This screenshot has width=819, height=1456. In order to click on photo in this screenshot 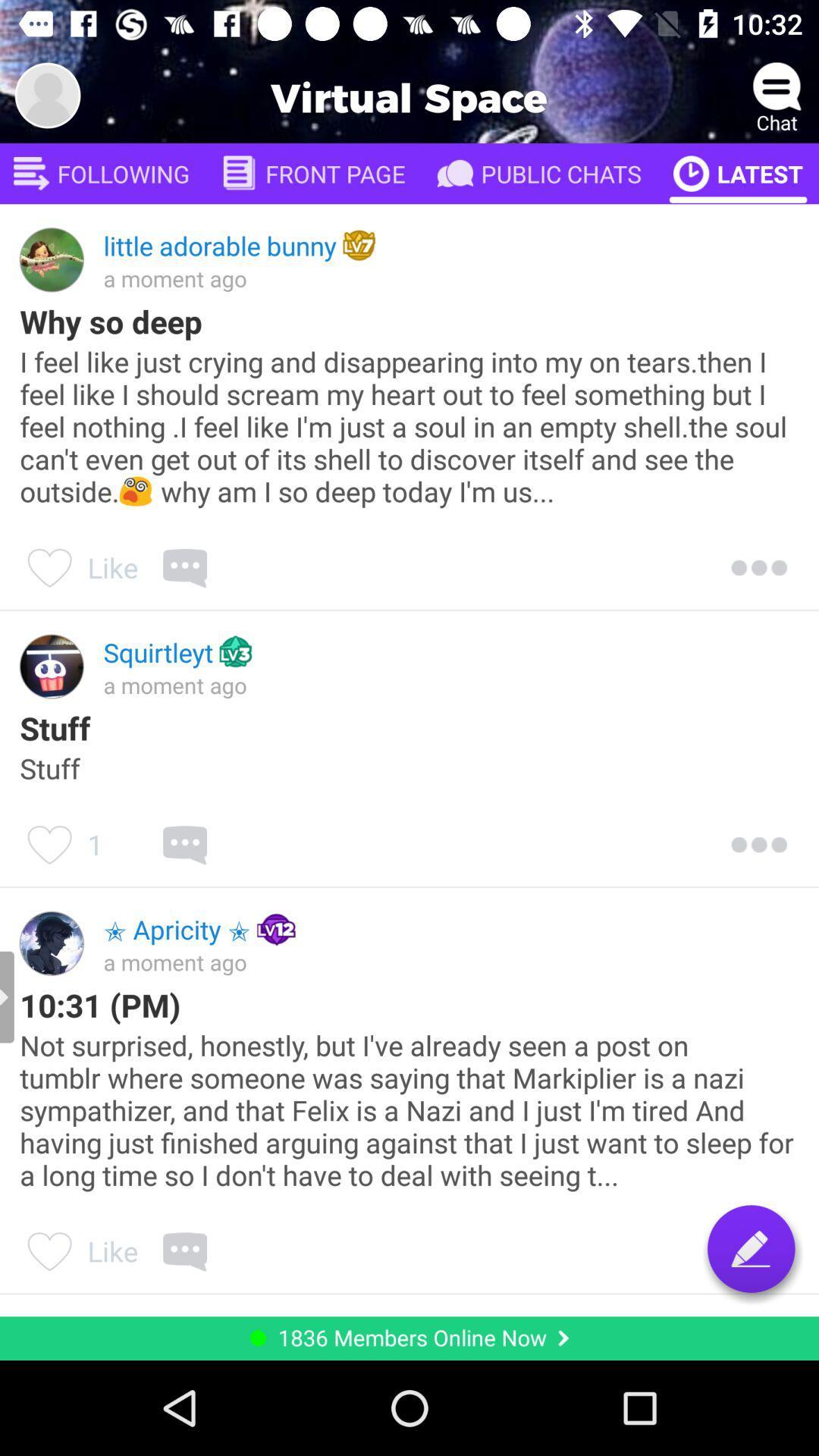, I will do `click(46, 94)`.